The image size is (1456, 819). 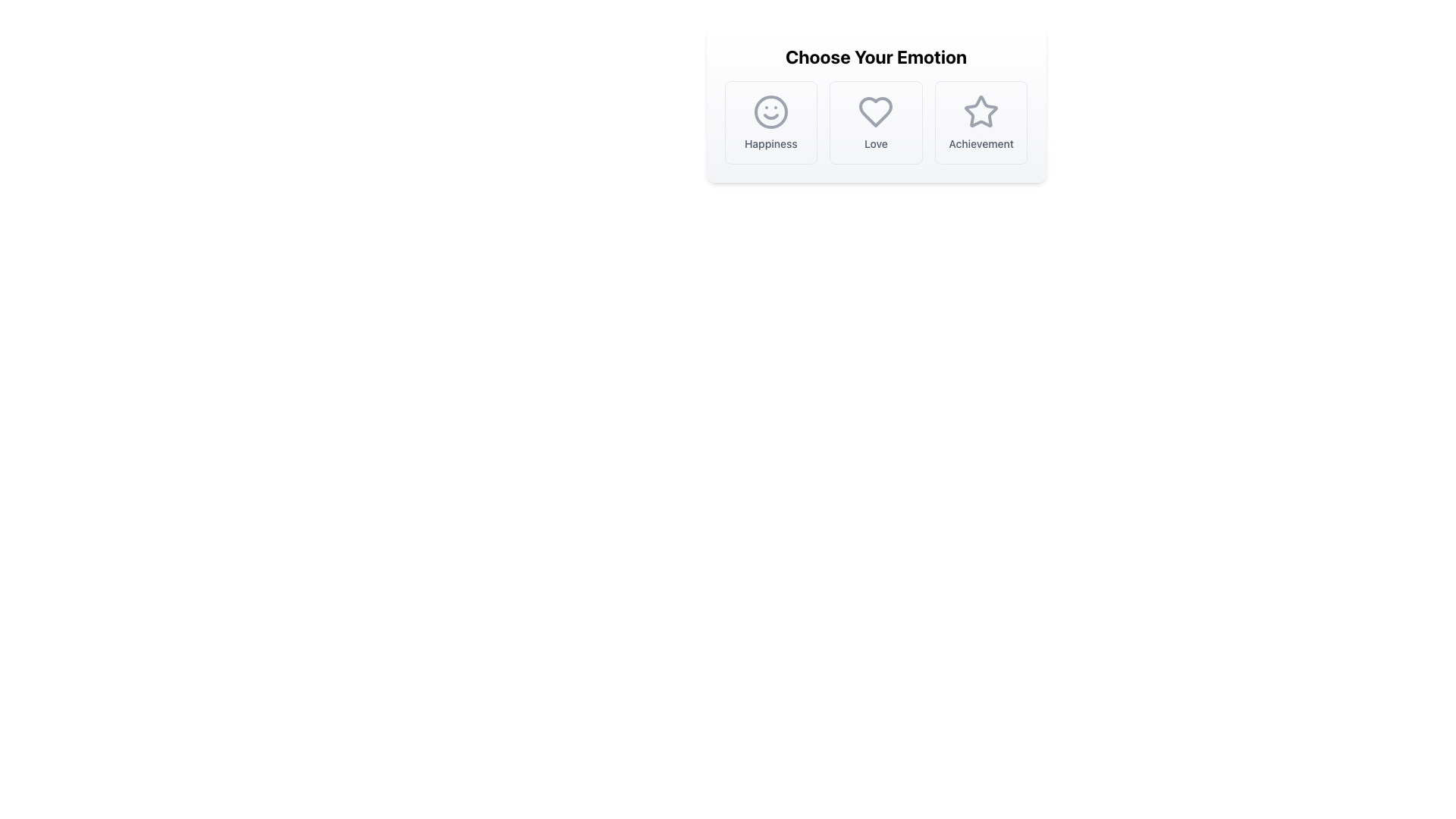 I want to click on the circular smiley face icon representing 'Happiness' in the emotion selection UI, so click(x=770, y=111).